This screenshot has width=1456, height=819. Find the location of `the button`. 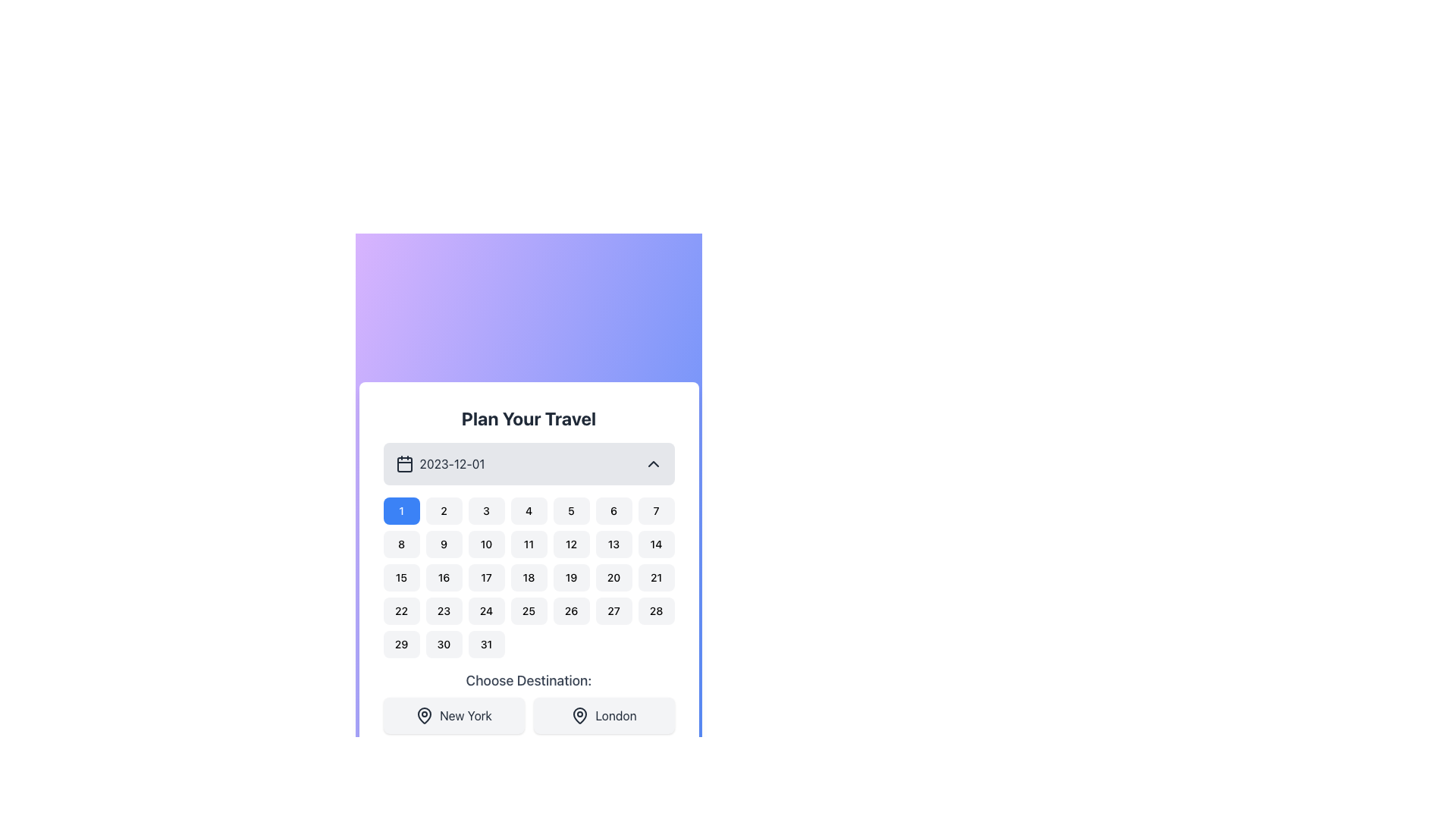

the button is located at coordinates (401, 610).